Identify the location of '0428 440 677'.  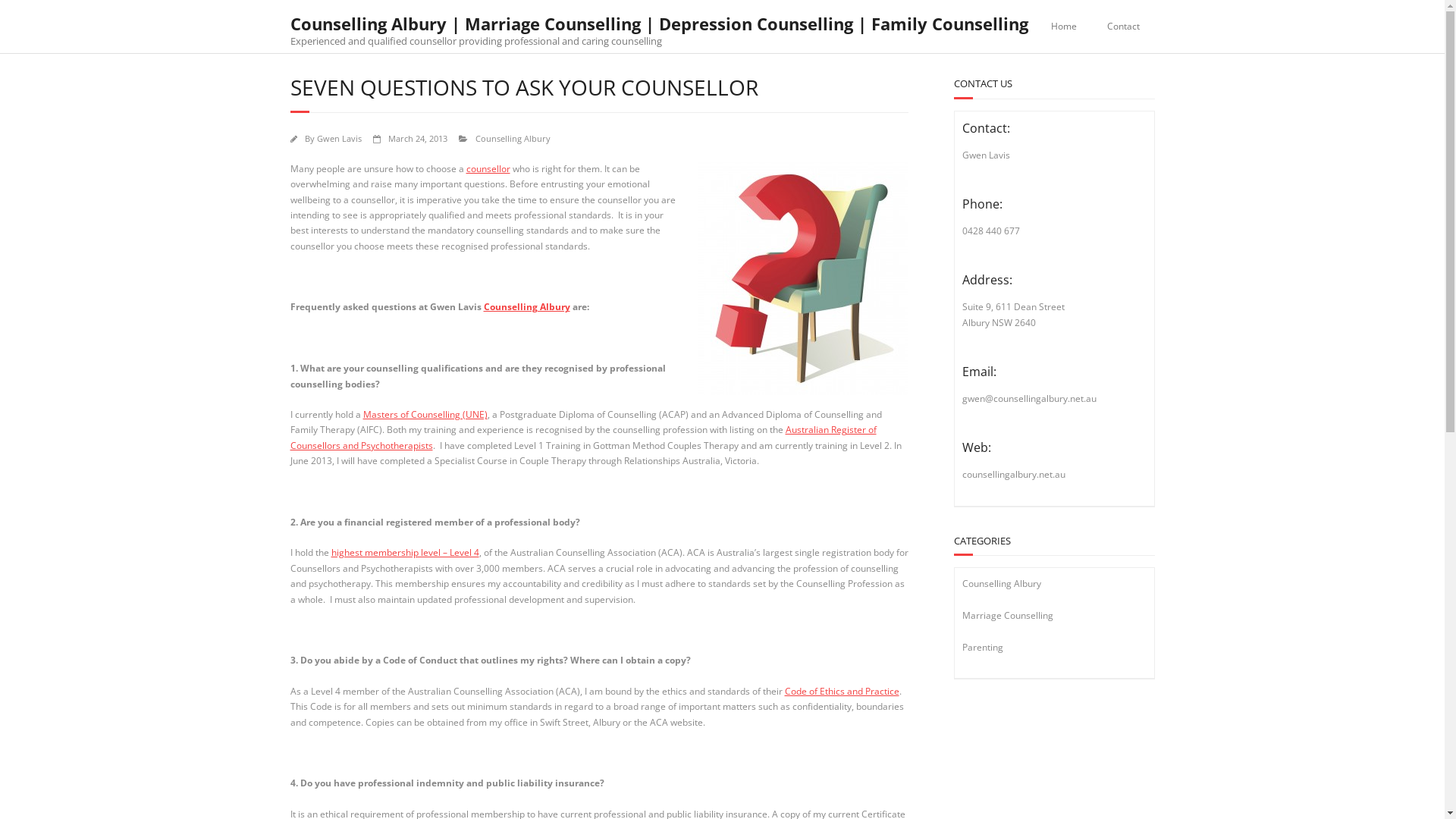
(990, 231).